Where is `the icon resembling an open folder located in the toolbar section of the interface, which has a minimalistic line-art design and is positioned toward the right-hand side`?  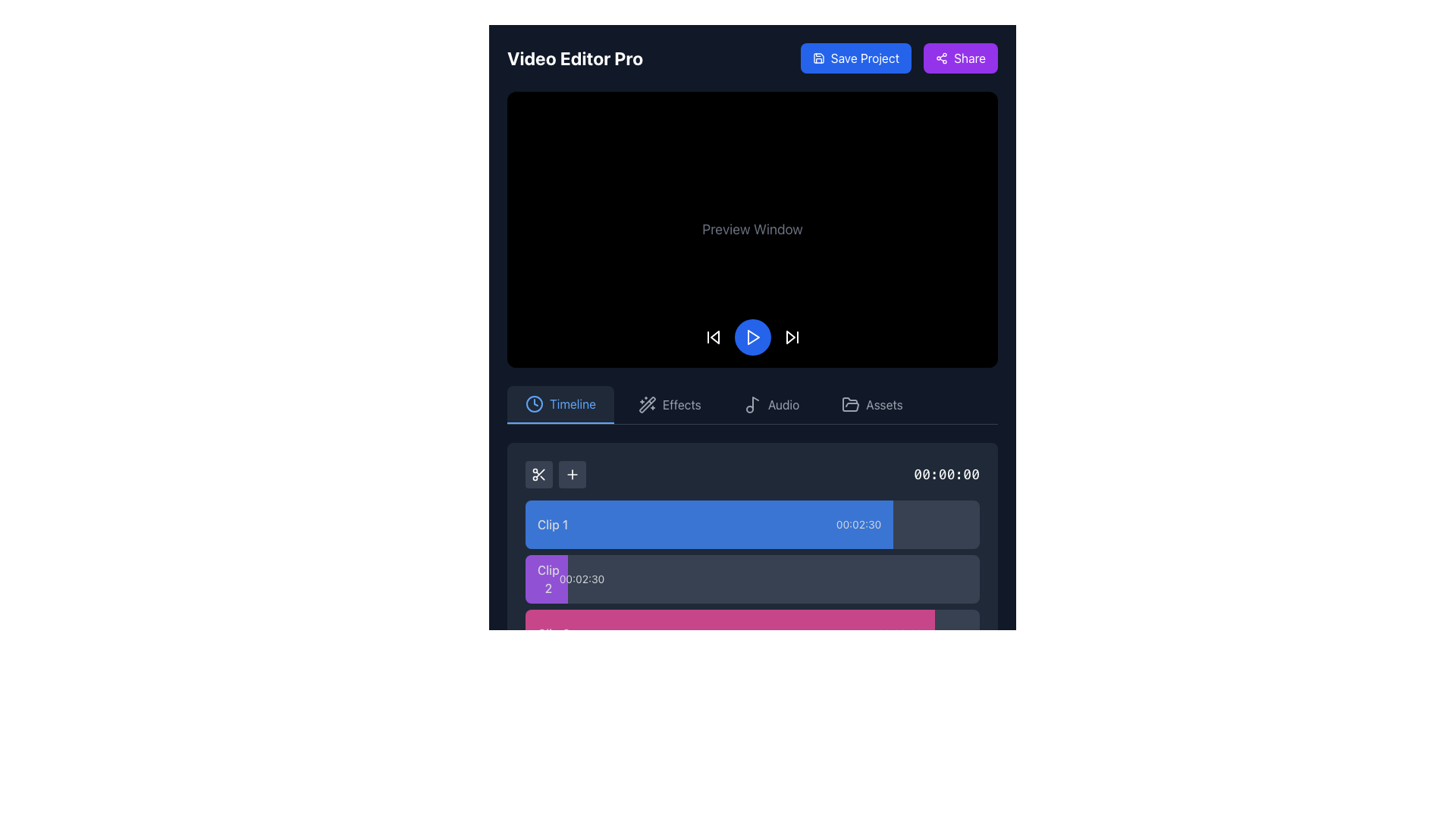 the icon resembling an open folder located in the toolbar section of the interface, which has a minimalistic line-art design and is positioned toward the right-hand side is located at coordinates (851, 403).